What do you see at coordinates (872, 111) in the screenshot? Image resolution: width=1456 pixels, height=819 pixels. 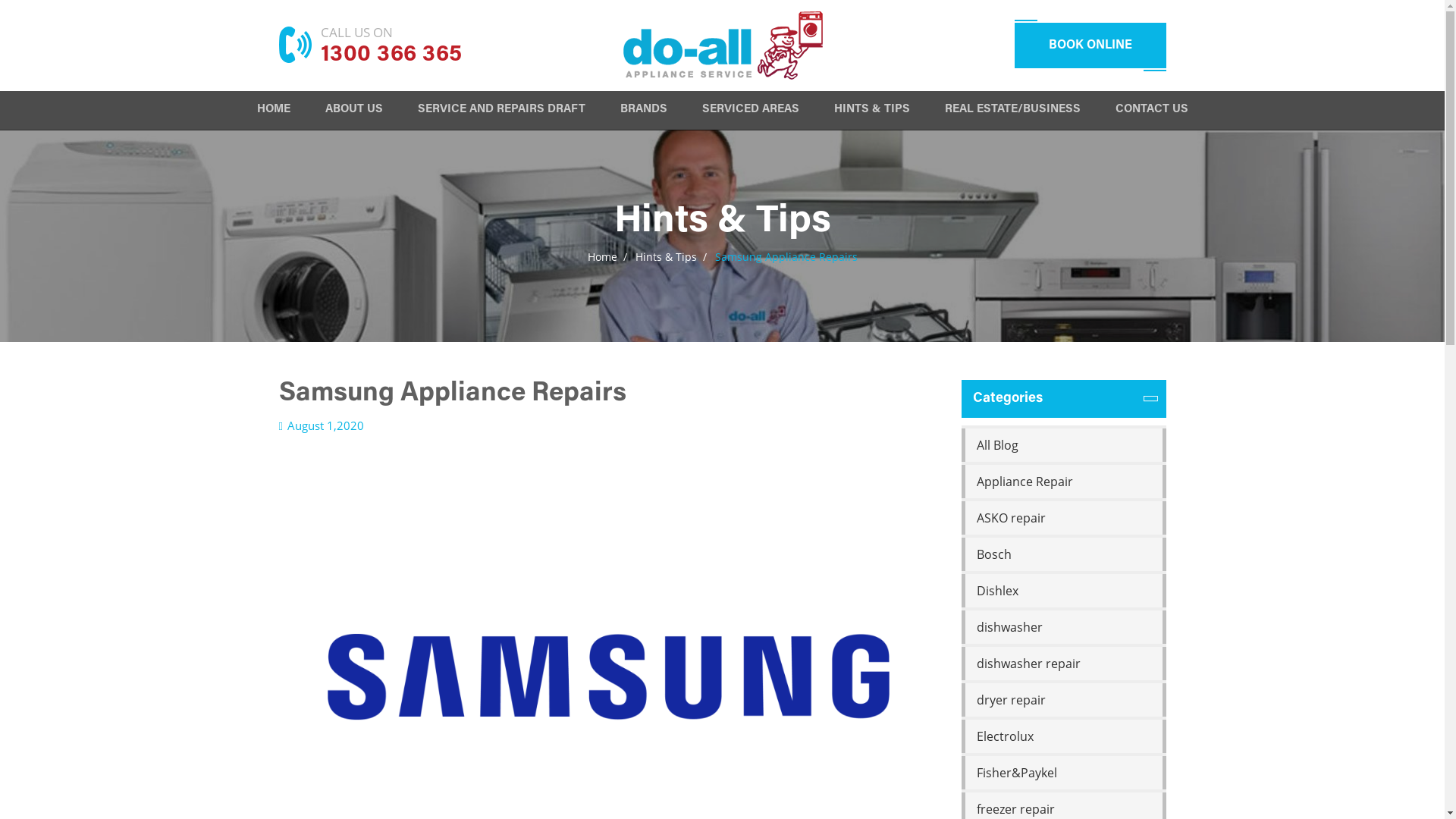 I see `'HINTS & TIPS'` at bounding box center [872, 111].